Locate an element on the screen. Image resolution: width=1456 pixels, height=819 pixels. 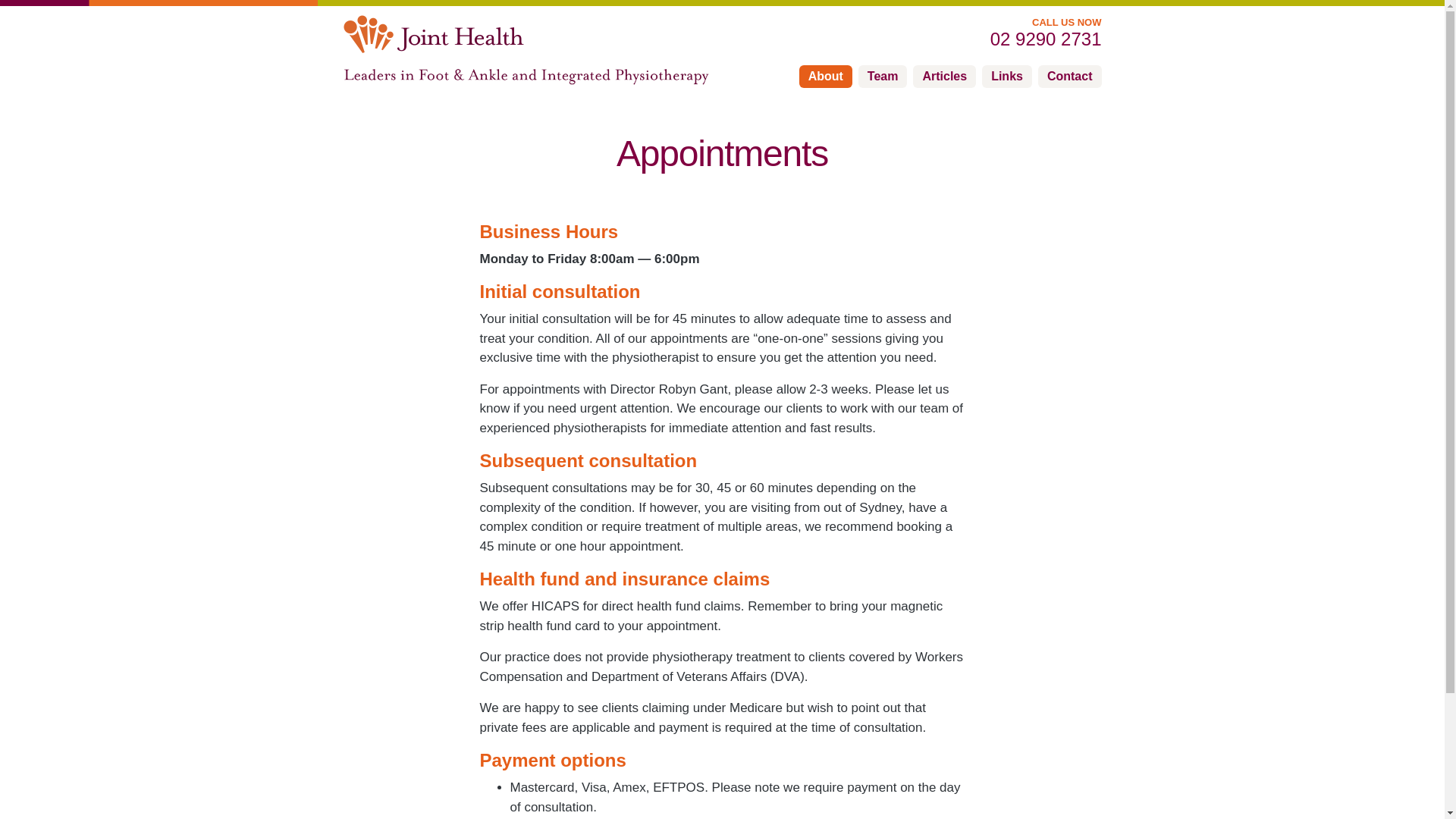
'Joint Health' is located at coordinates (432, 34).